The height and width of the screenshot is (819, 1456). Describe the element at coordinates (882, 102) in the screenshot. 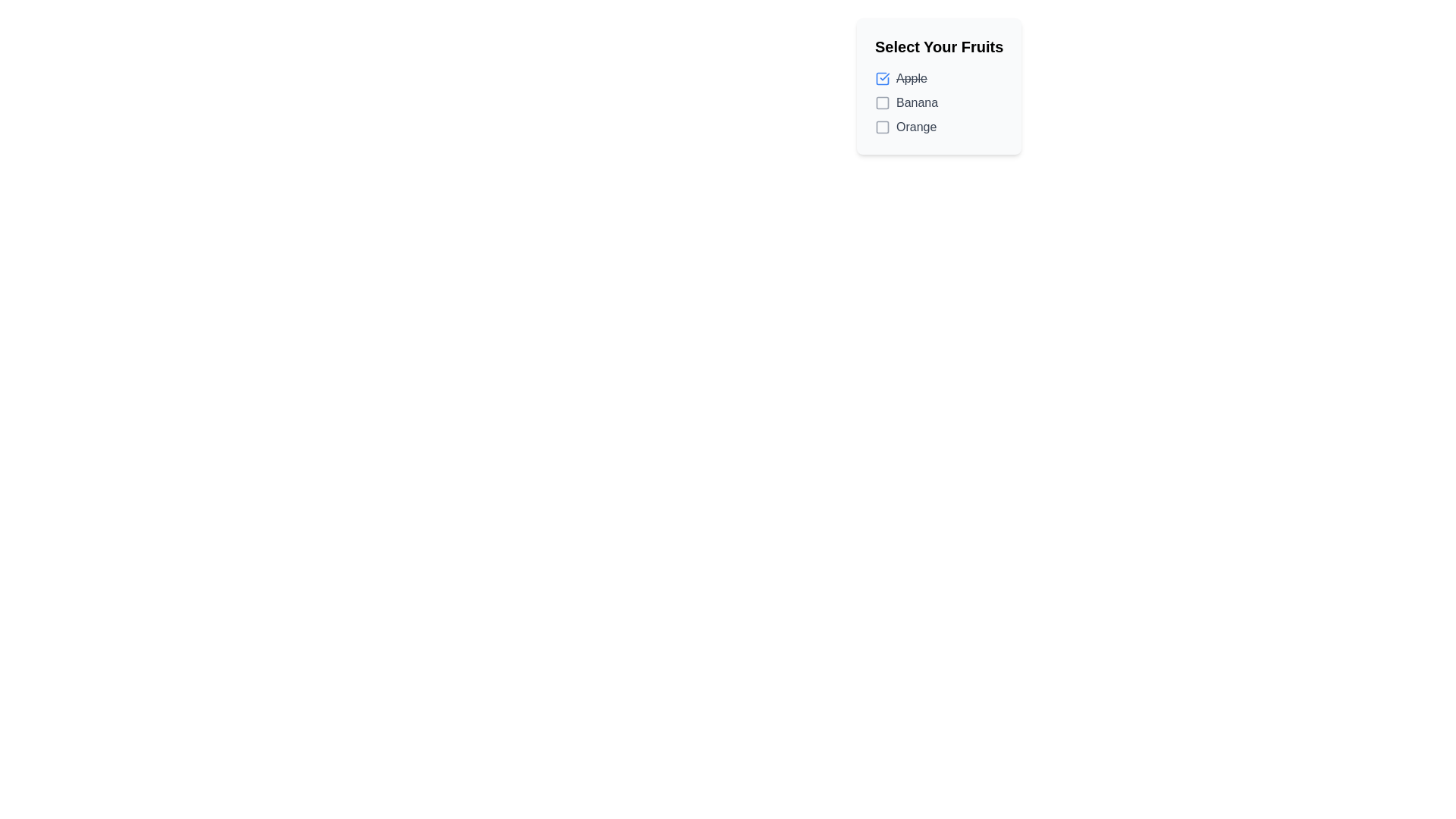

I see `the checkbox next to the label 'Banana' to check or uncheck it` at that location.